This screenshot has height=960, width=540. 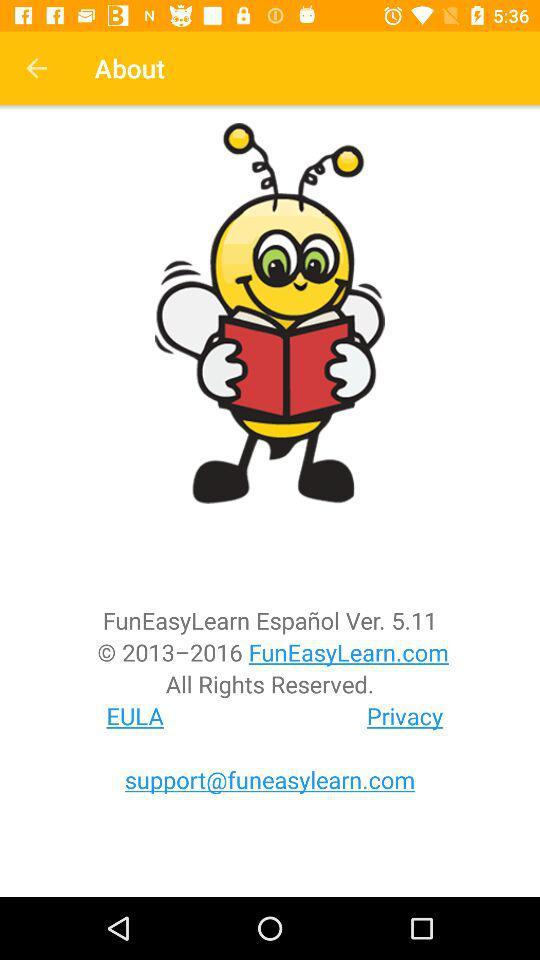 I want to click on item to the left of about, so click(x=36, y=68).